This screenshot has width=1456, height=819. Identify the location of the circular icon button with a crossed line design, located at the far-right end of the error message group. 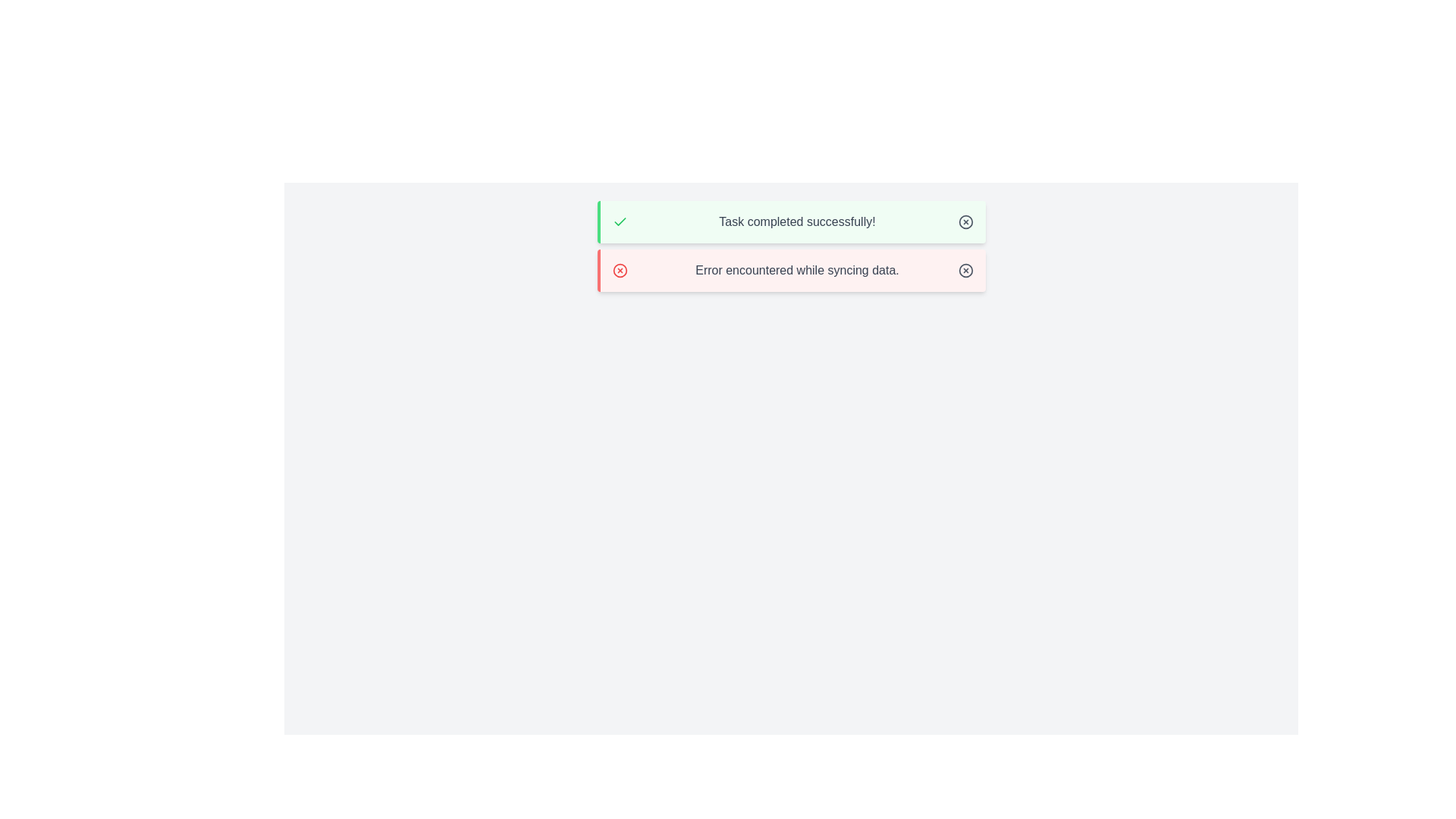
(965, 270).